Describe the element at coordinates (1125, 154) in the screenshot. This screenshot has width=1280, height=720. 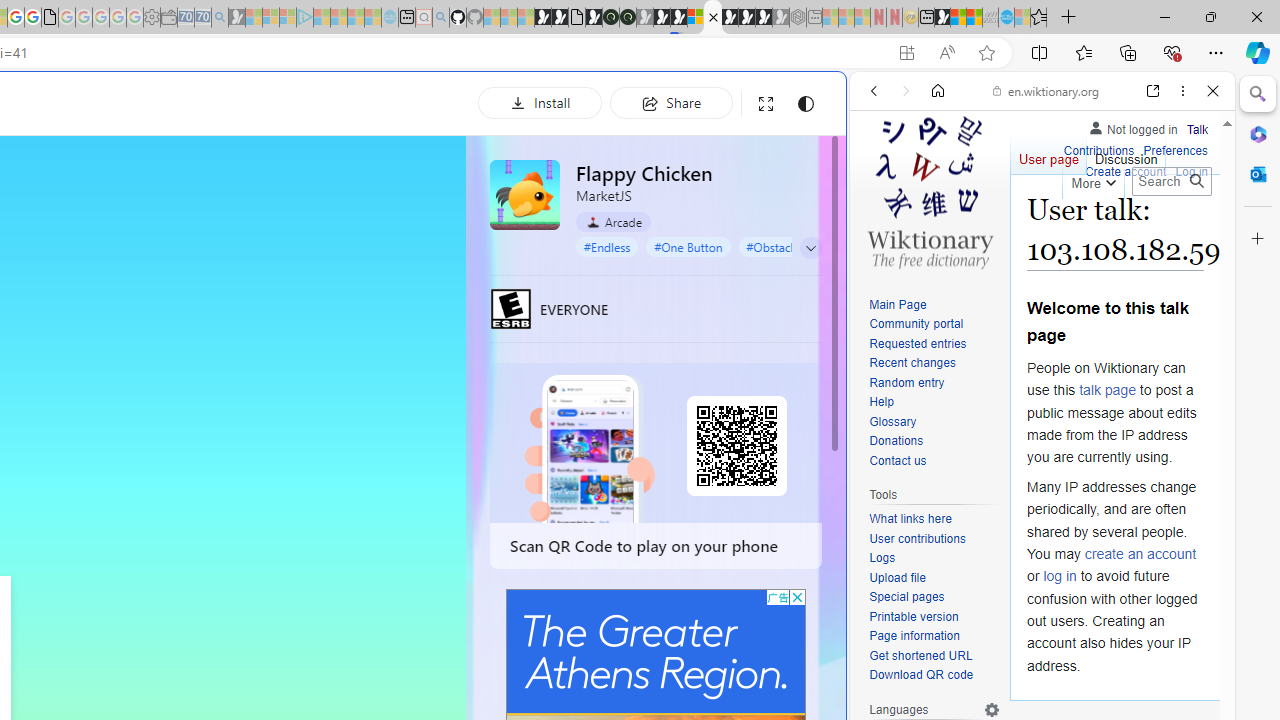
I see `'Discussion'` at that location.